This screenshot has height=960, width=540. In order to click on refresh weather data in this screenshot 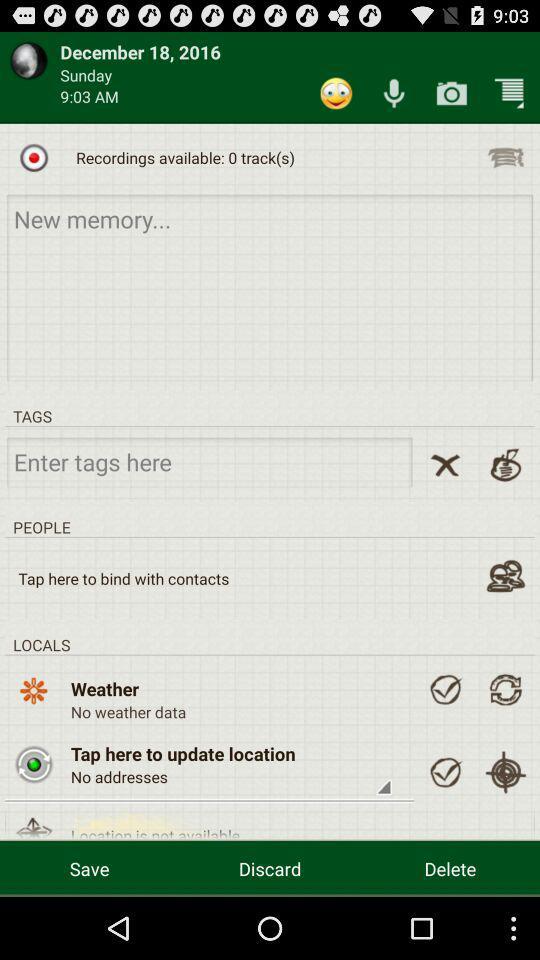, I will do `click(504, 689)`.